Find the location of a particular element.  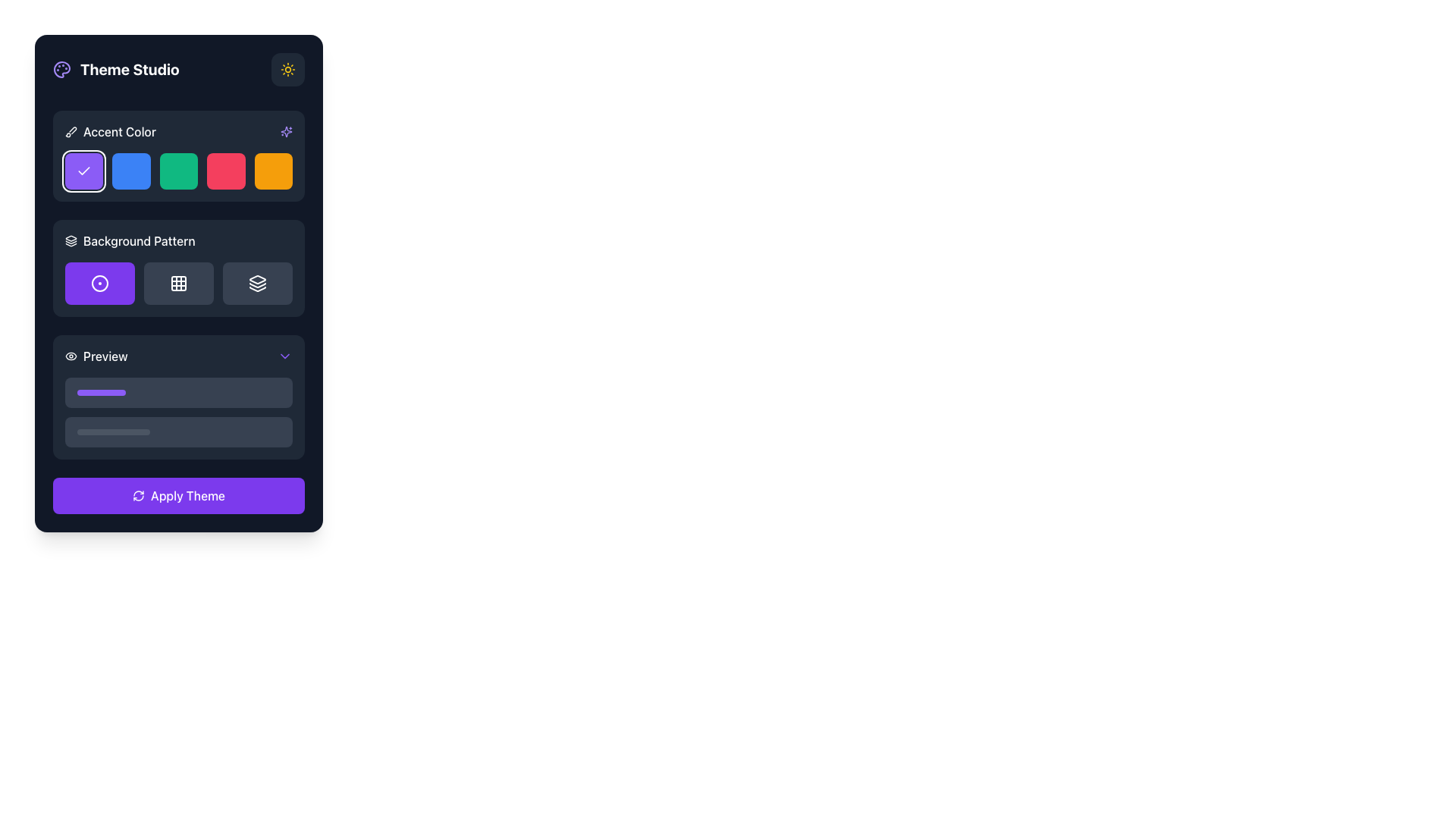

the first icon in the 'Background Pattern' section, located below the 'Accent Color' section, for accessibility purposes is located at coordinates (99, 284).